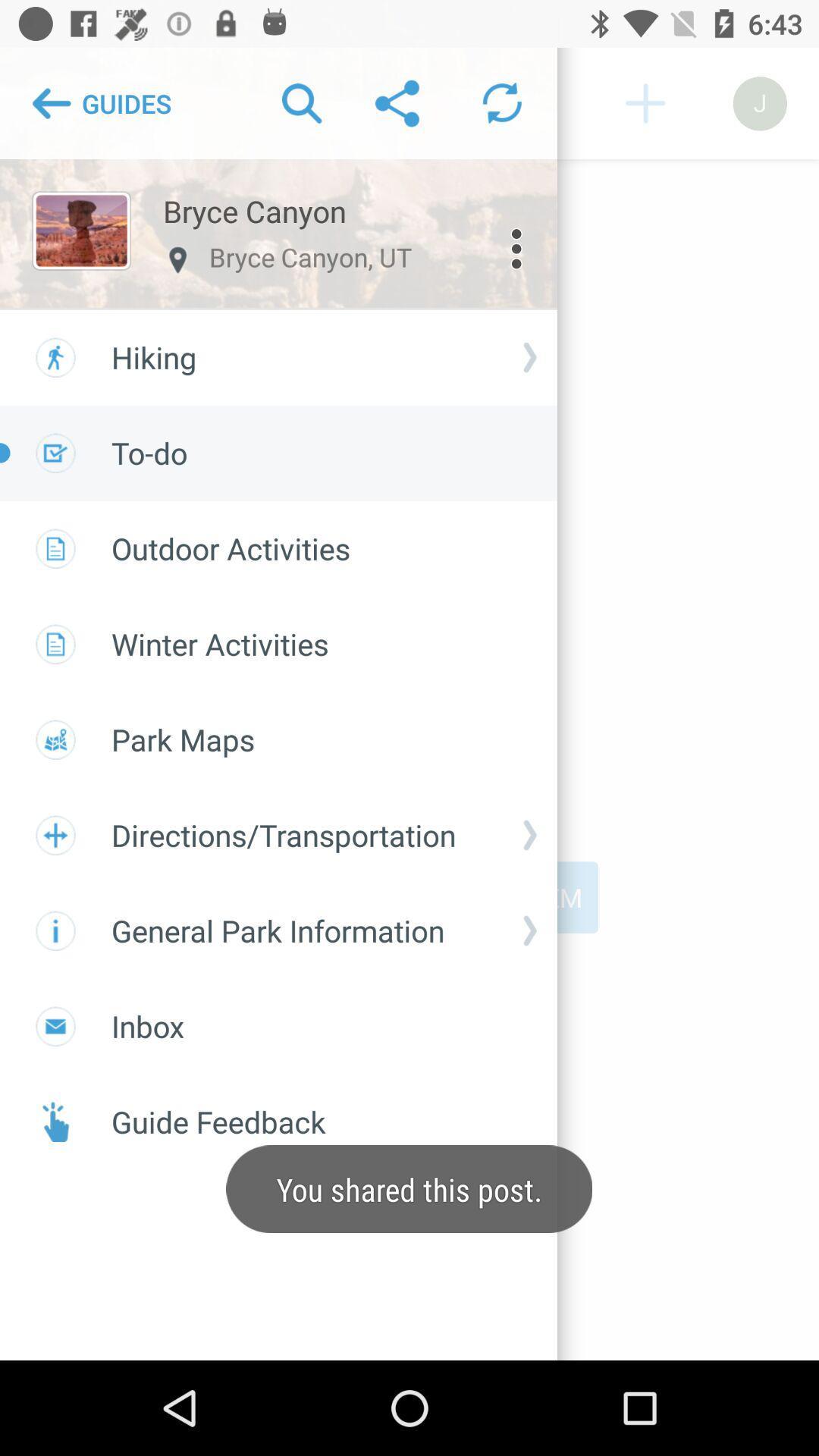 Image resolution: width=819 pixels, height=1456 pixels. I want to click on the more icon, so click(516, 249).